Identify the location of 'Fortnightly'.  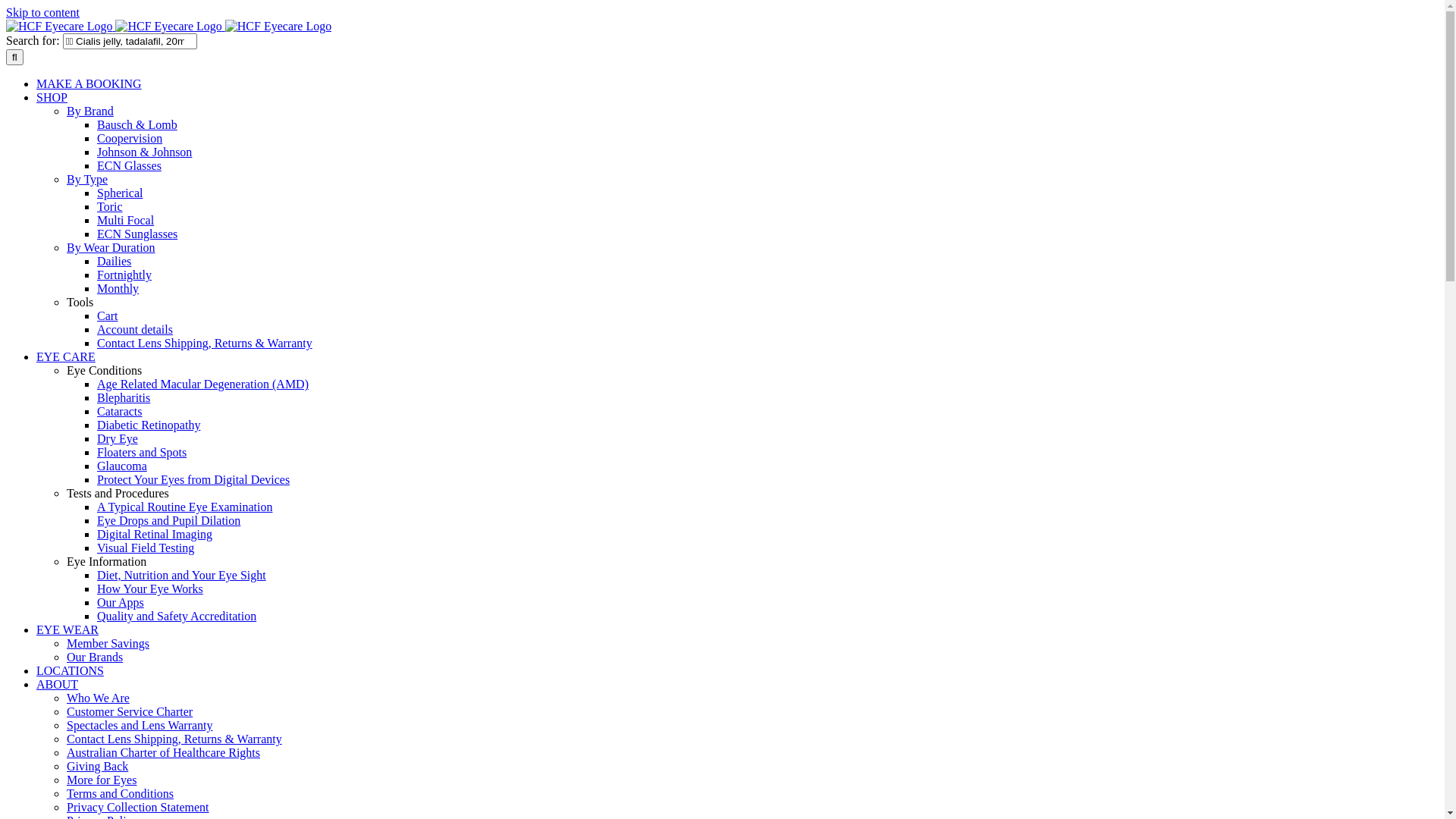
(124, 275).